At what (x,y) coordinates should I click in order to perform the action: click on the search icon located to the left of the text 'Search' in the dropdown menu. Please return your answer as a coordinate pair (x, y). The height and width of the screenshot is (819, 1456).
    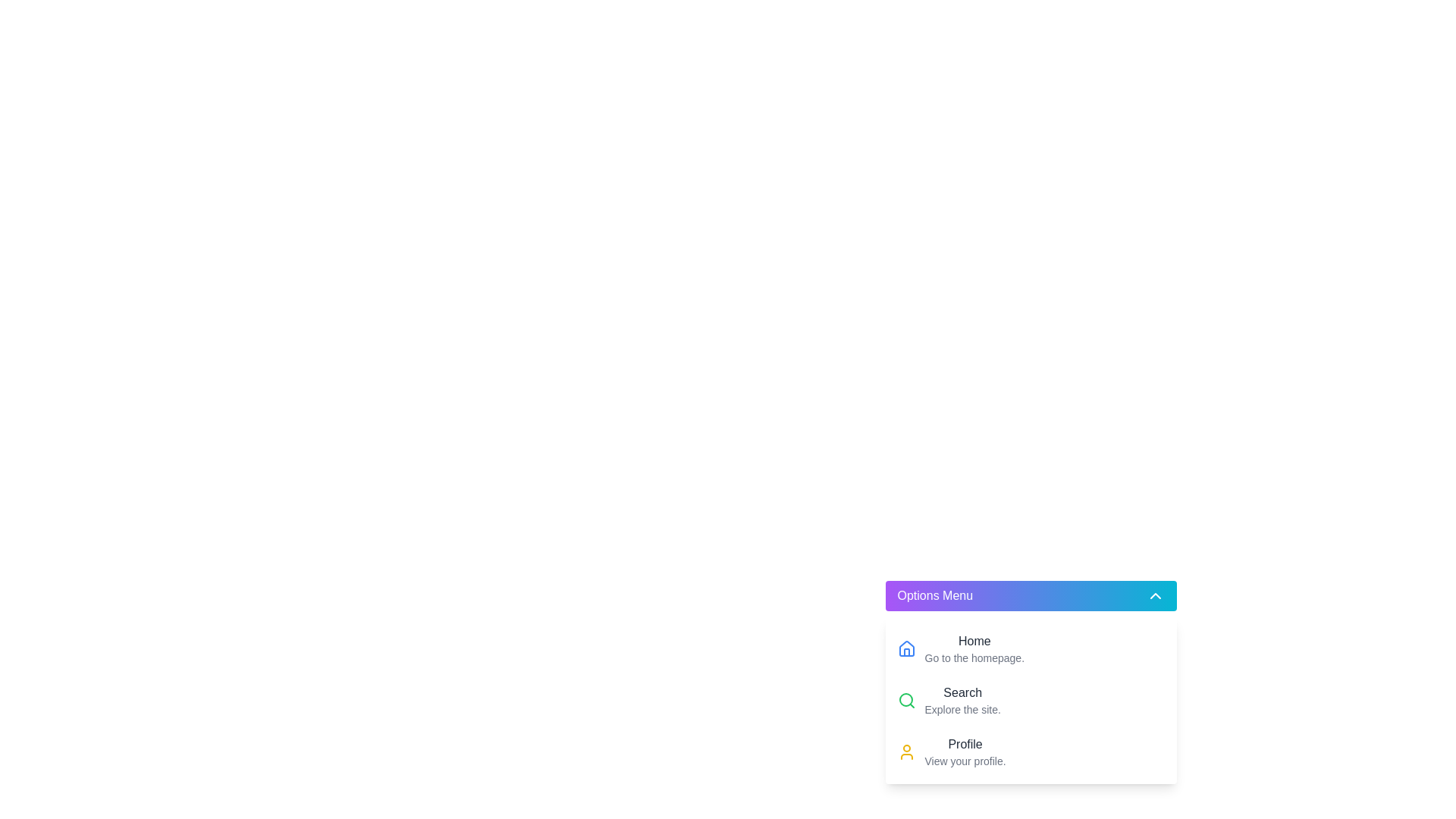
    Looking at the image, I should click on (906, 701).